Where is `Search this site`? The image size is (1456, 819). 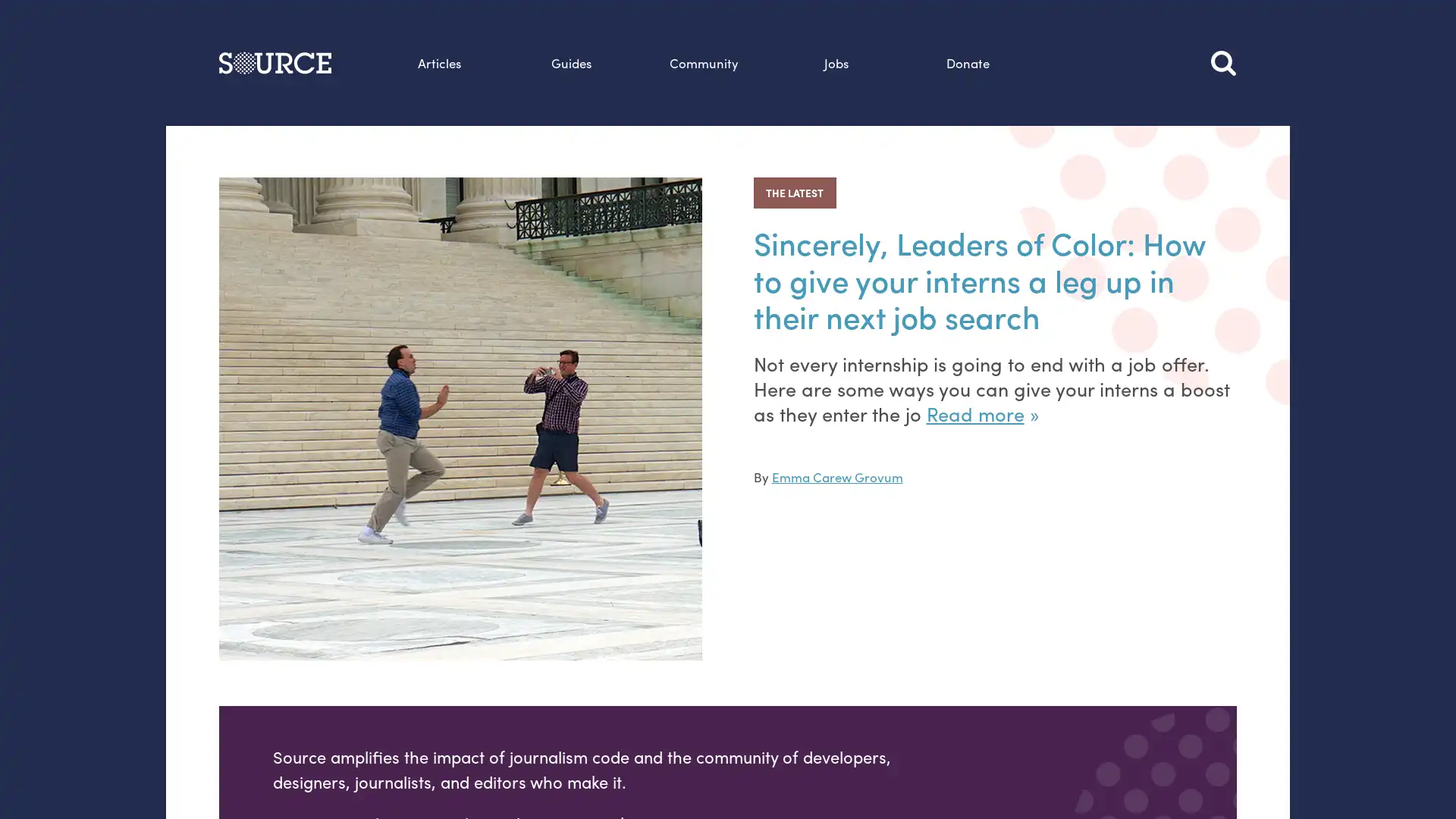
Search this site is located at coordinates (165, 125).